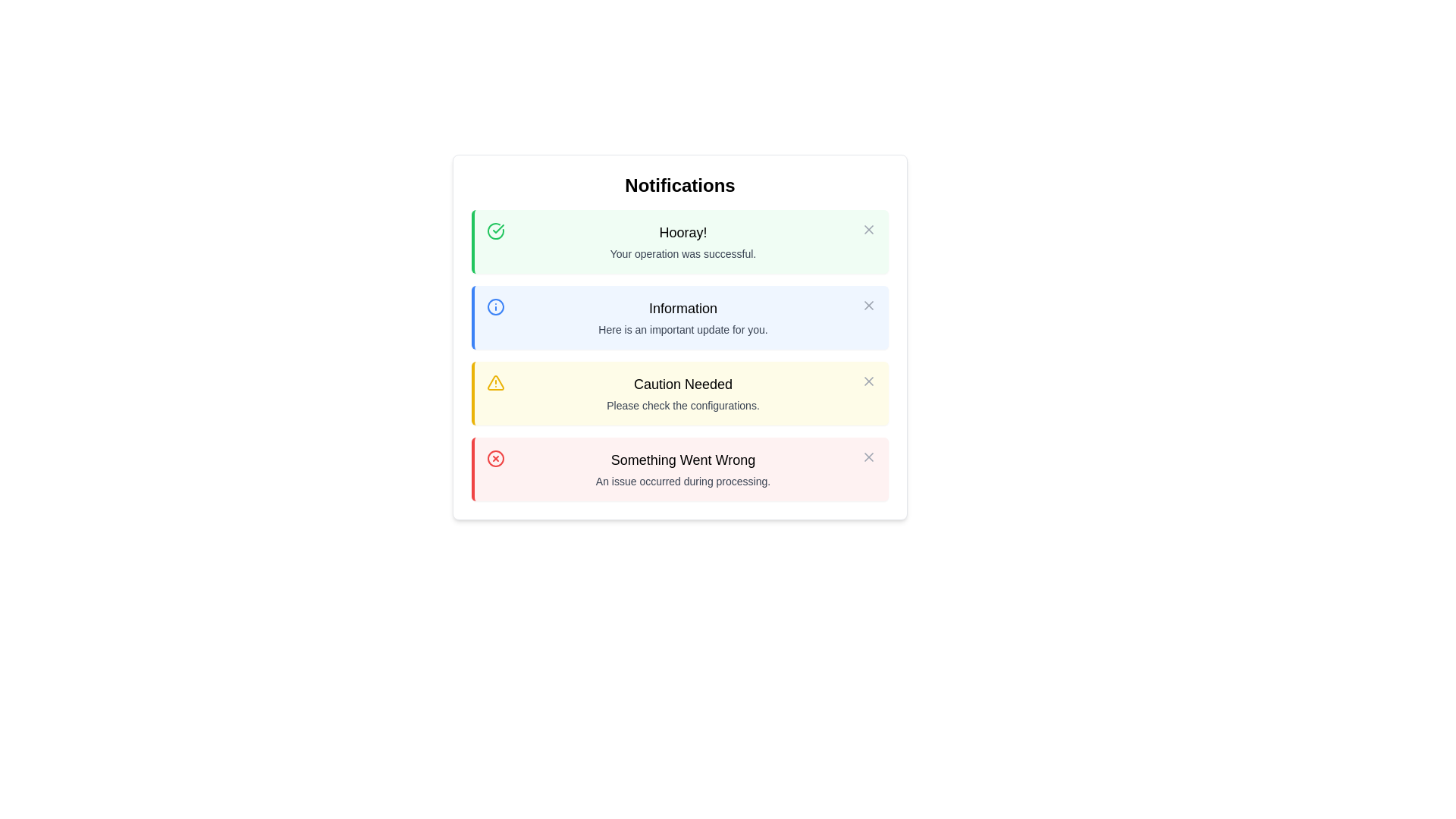  I want to click on the second line of text within the green success notification card, which provides additional information about the successful operation referenced by the notification card, so click(682, 253).